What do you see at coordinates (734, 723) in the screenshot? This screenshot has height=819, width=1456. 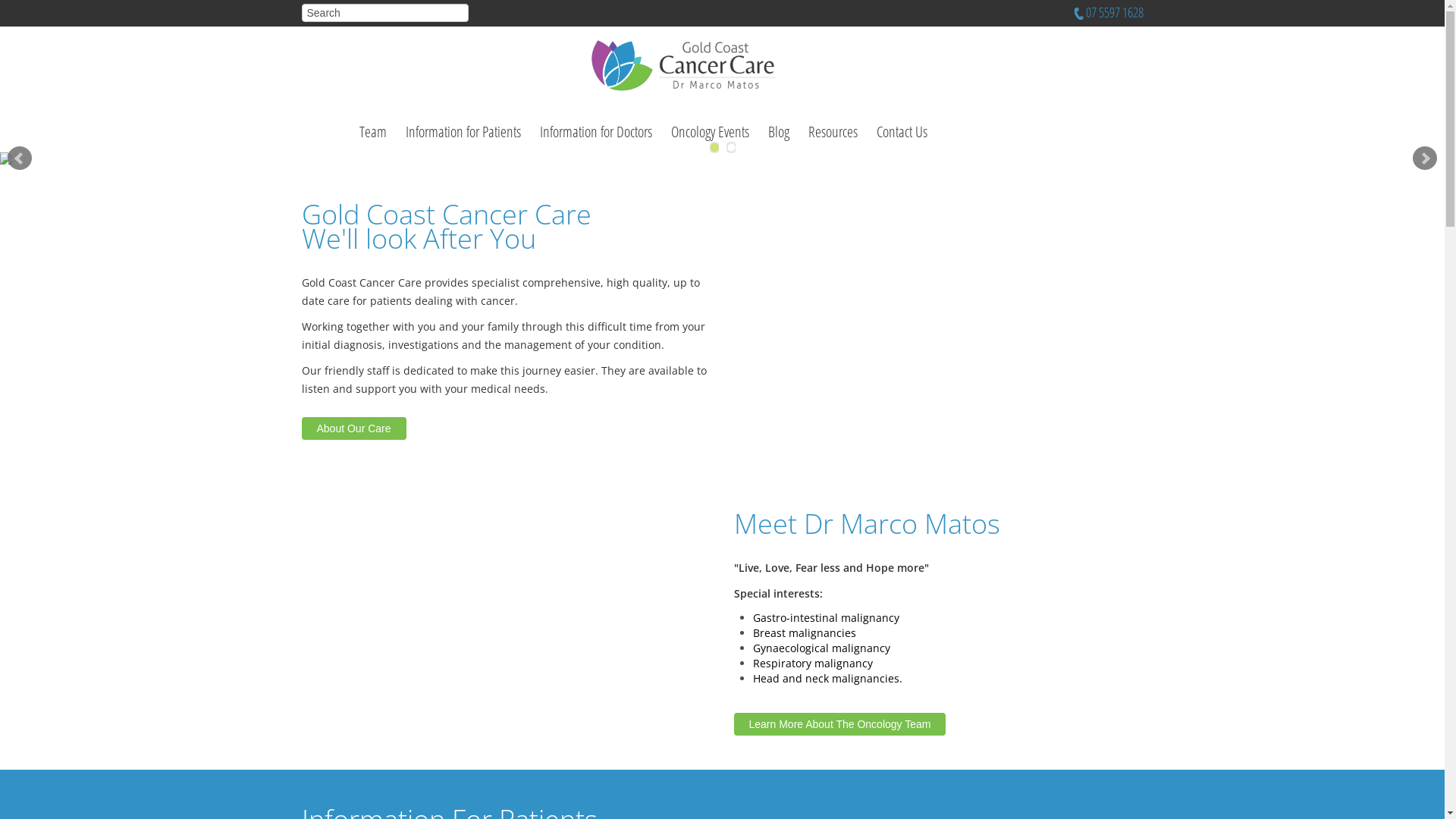 I see `'Learn More About The Oncology Team'` at bounding box center [734, 723].